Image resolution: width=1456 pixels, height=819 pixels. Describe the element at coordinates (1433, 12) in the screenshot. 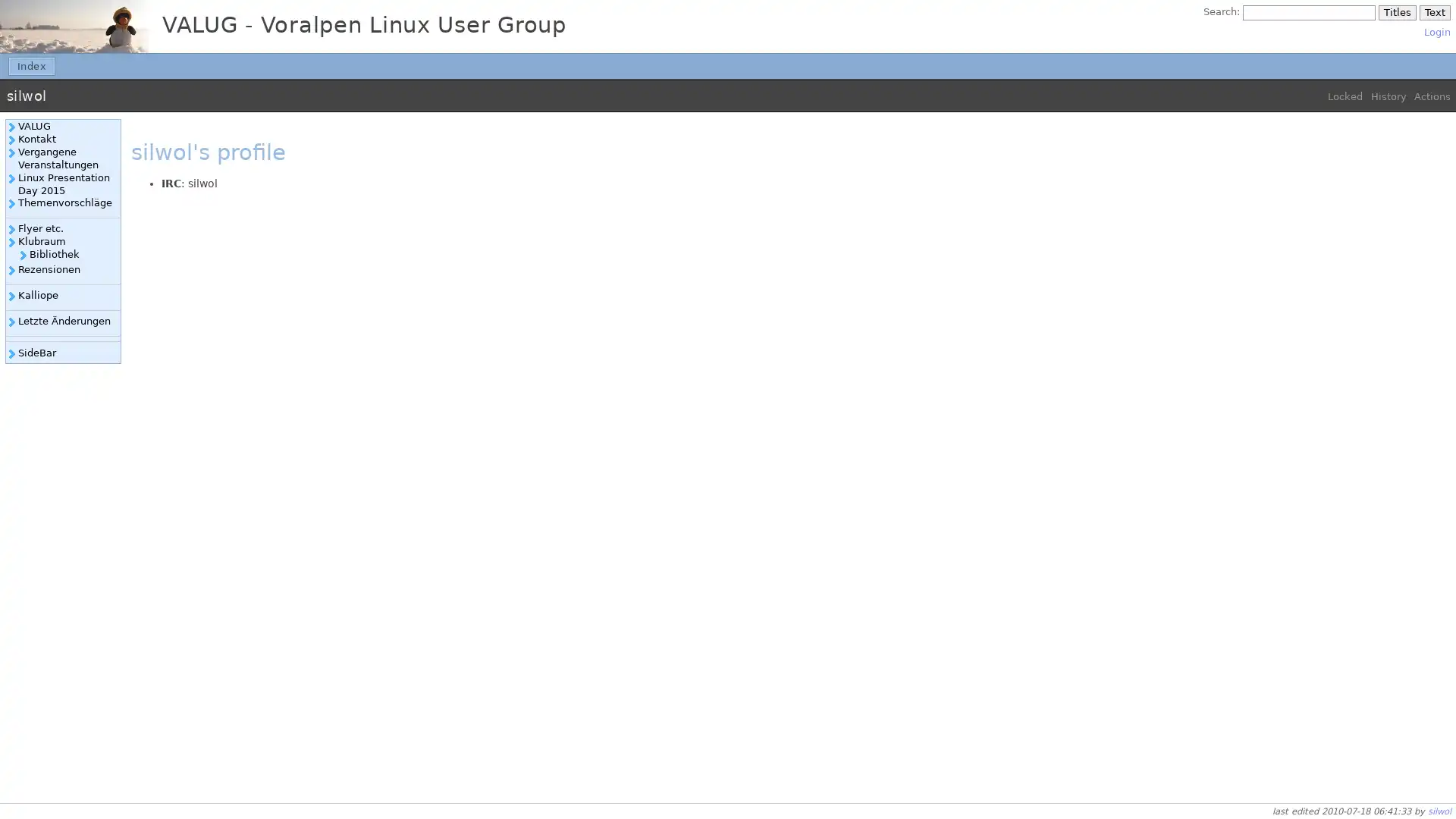

I see `Text` at that location.